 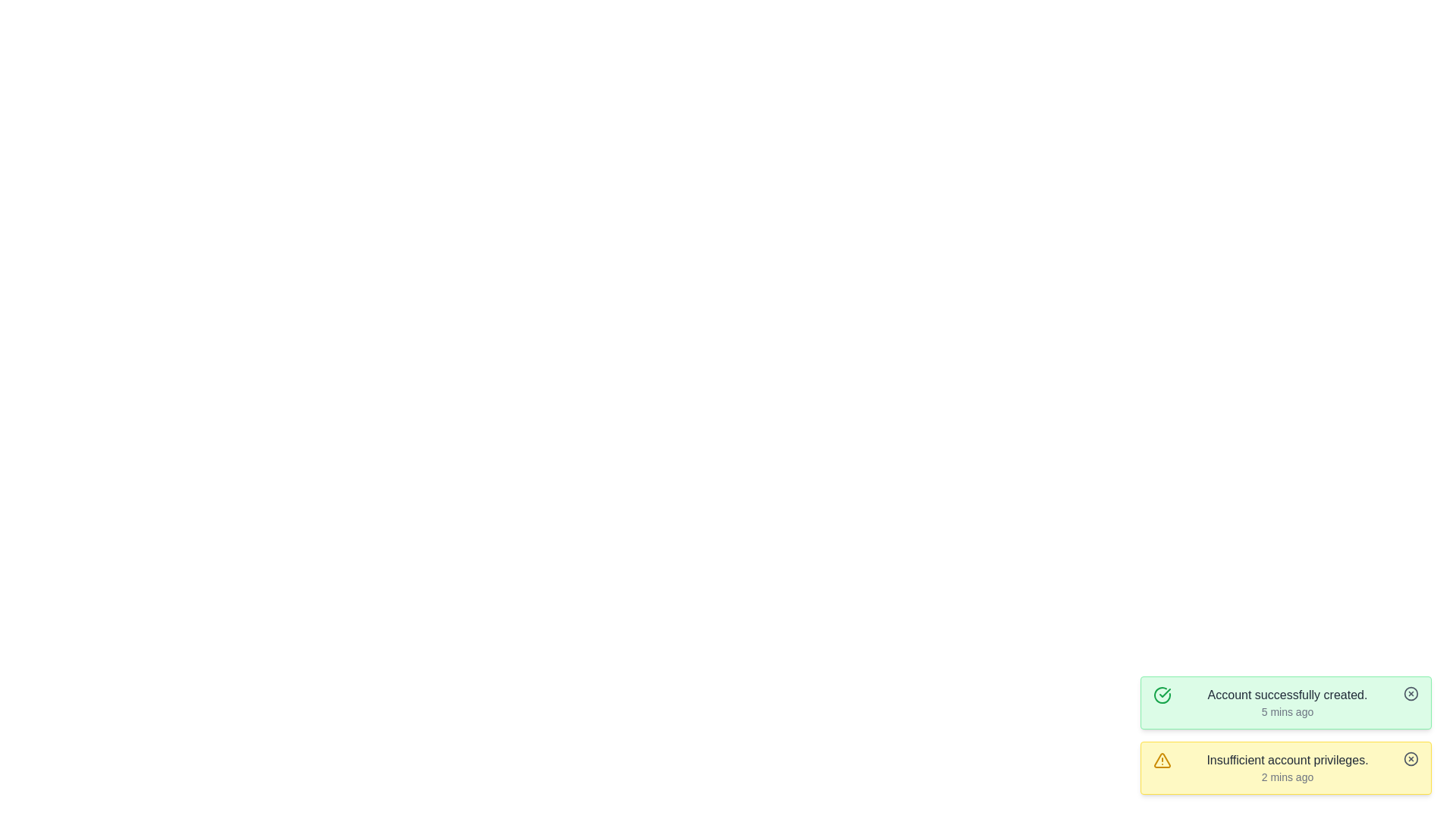 I want to click on the triangular warning icon with a yellow outline inside the notification box stating 'Insufficient account privileges.', so click(x=1161, y=760).